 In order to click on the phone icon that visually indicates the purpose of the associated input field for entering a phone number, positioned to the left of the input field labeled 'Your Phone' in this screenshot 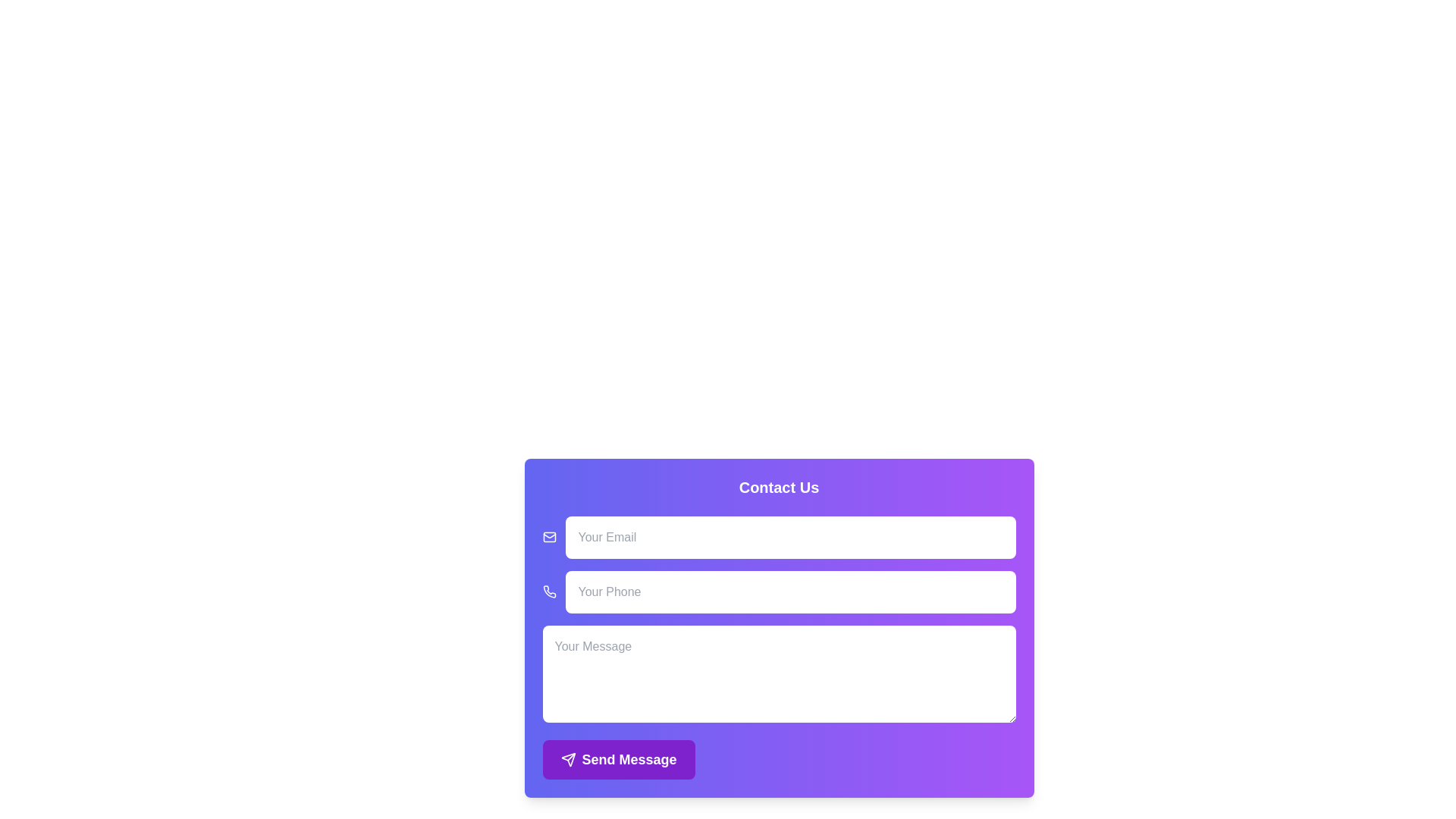, I will do `click(548, 591)`.